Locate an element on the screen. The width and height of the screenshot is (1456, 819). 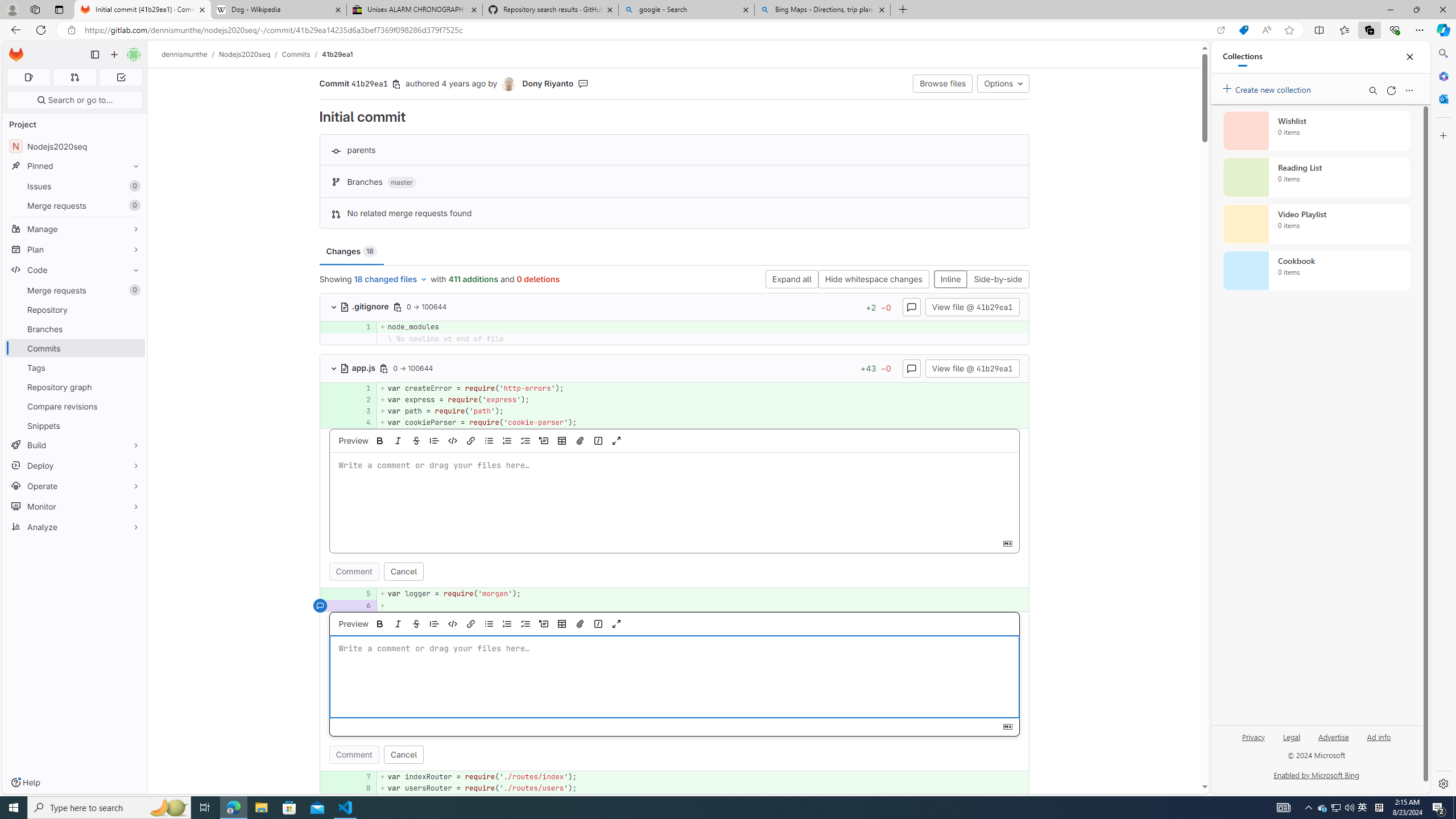
'Pin Tags' is located at coordinates (133, 367).